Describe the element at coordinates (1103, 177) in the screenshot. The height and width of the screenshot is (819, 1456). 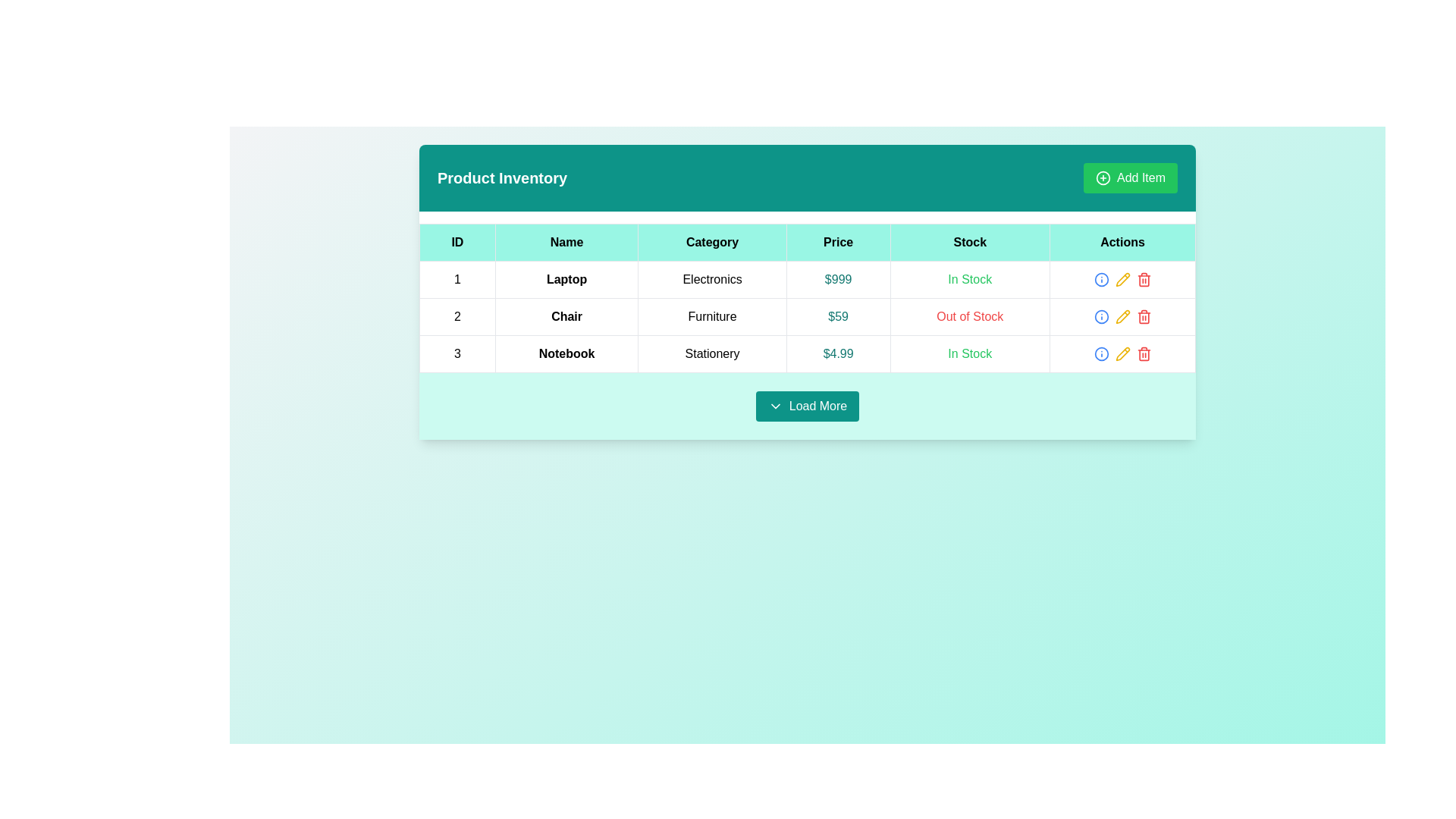
I see `the icon within the 'Add Item' button located at the top-right corner of the interface, which serves as a visual cue for adding new items` at that location.